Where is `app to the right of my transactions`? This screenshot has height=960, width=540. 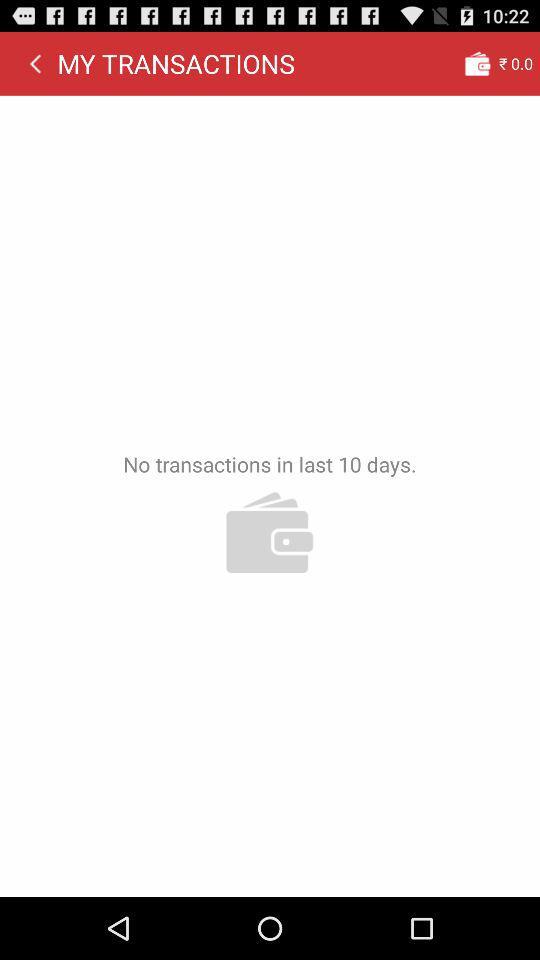
app to the right of my transactions is located at coordinates (476, 63).